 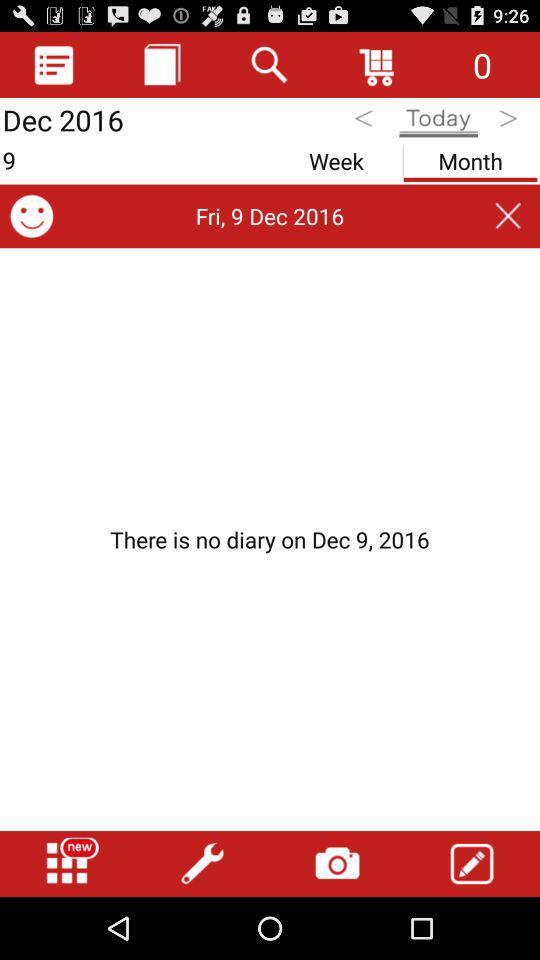 I want to click on the icon to the left of the fri 9 dec item, so click(x=30, y=216).